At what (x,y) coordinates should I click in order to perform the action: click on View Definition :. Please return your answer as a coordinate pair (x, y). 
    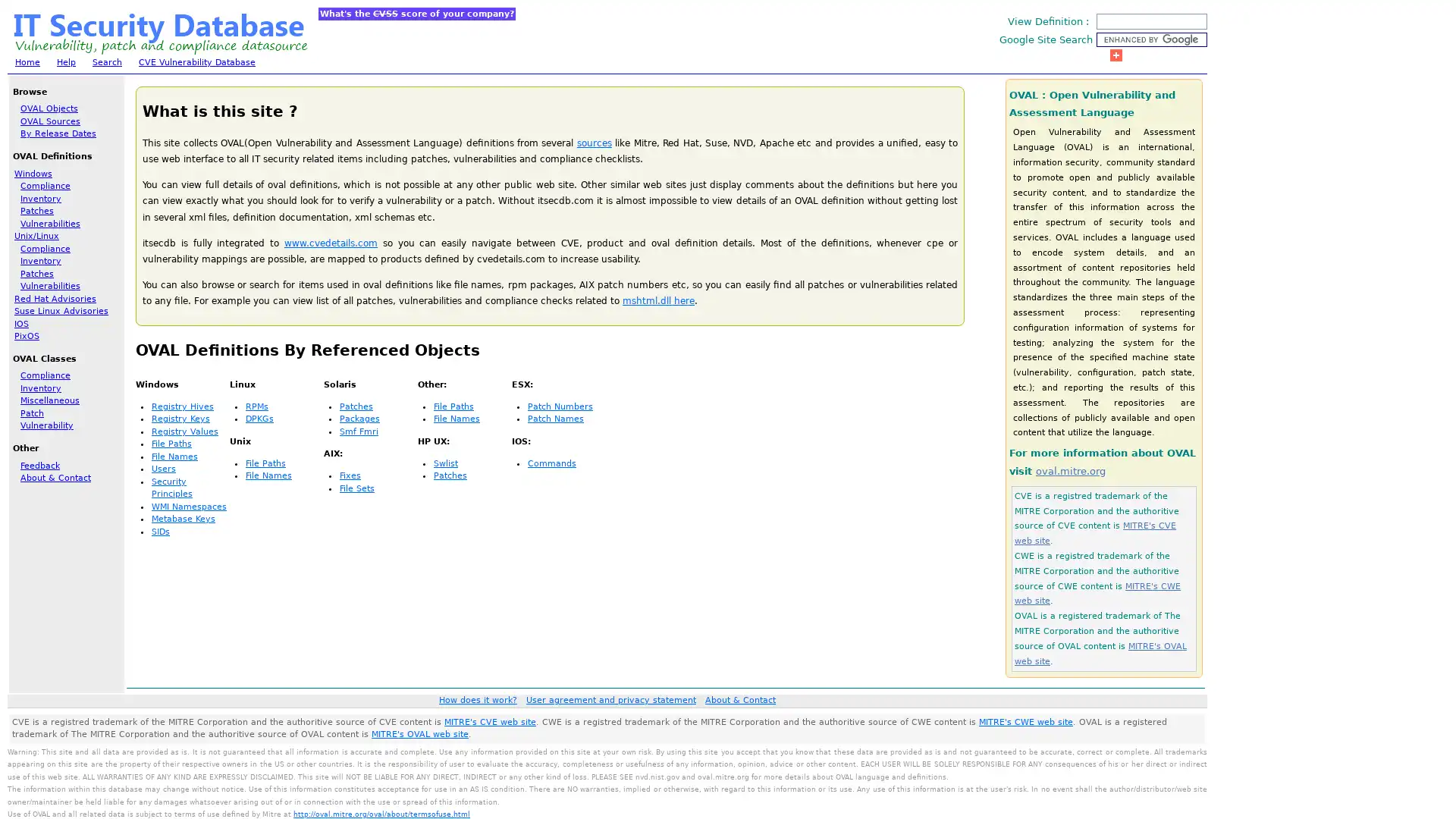
    Looking at the image, I should click on (1043, 21).